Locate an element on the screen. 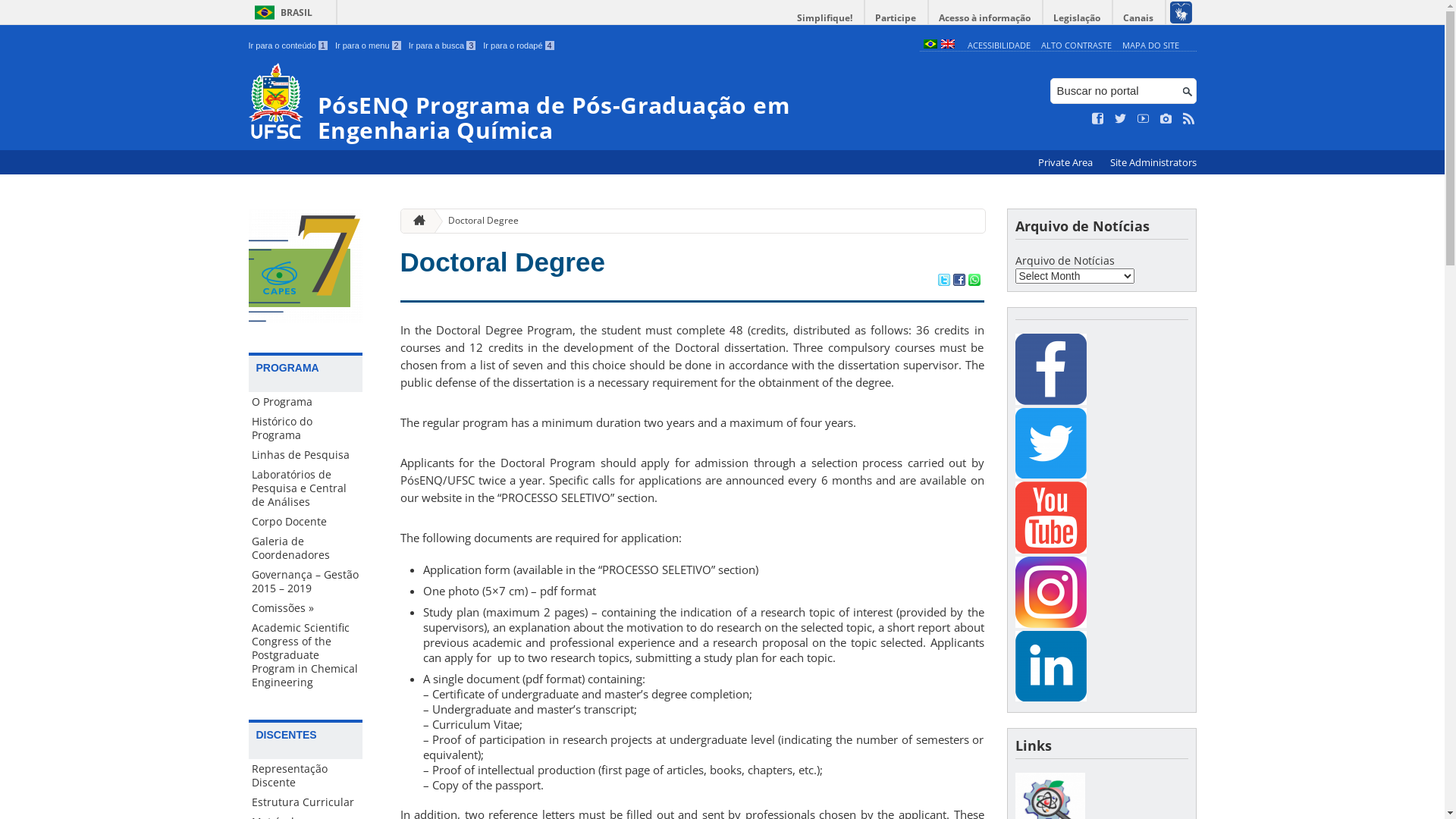  'O Programa' is located at coordinates (305, 400).